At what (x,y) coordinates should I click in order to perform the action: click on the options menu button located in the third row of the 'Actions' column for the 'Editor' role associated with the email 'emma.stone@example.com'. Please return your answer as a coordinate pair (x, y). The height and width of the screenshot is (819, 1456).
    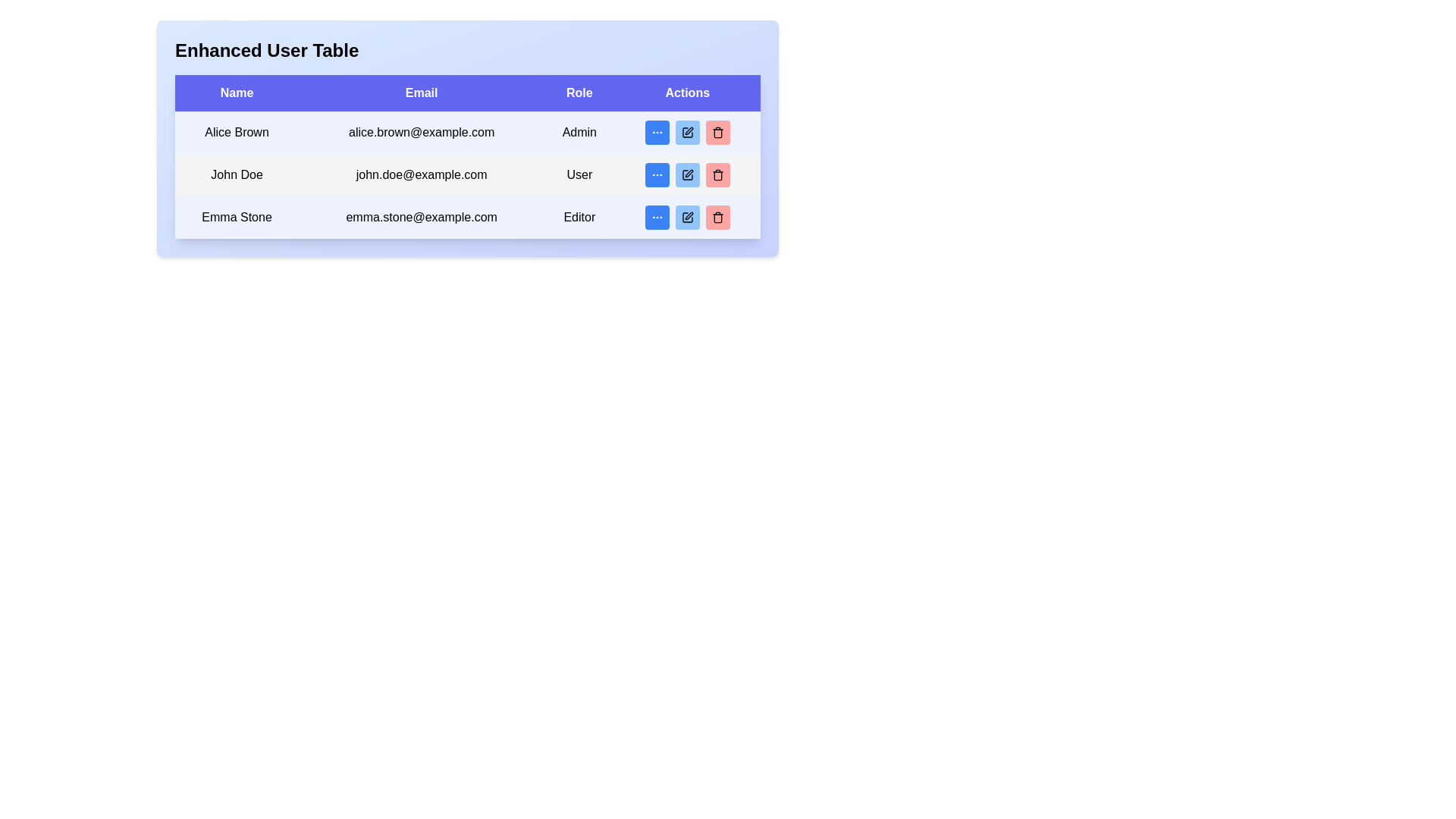
    Looking at the image, I should click on (657, 217).